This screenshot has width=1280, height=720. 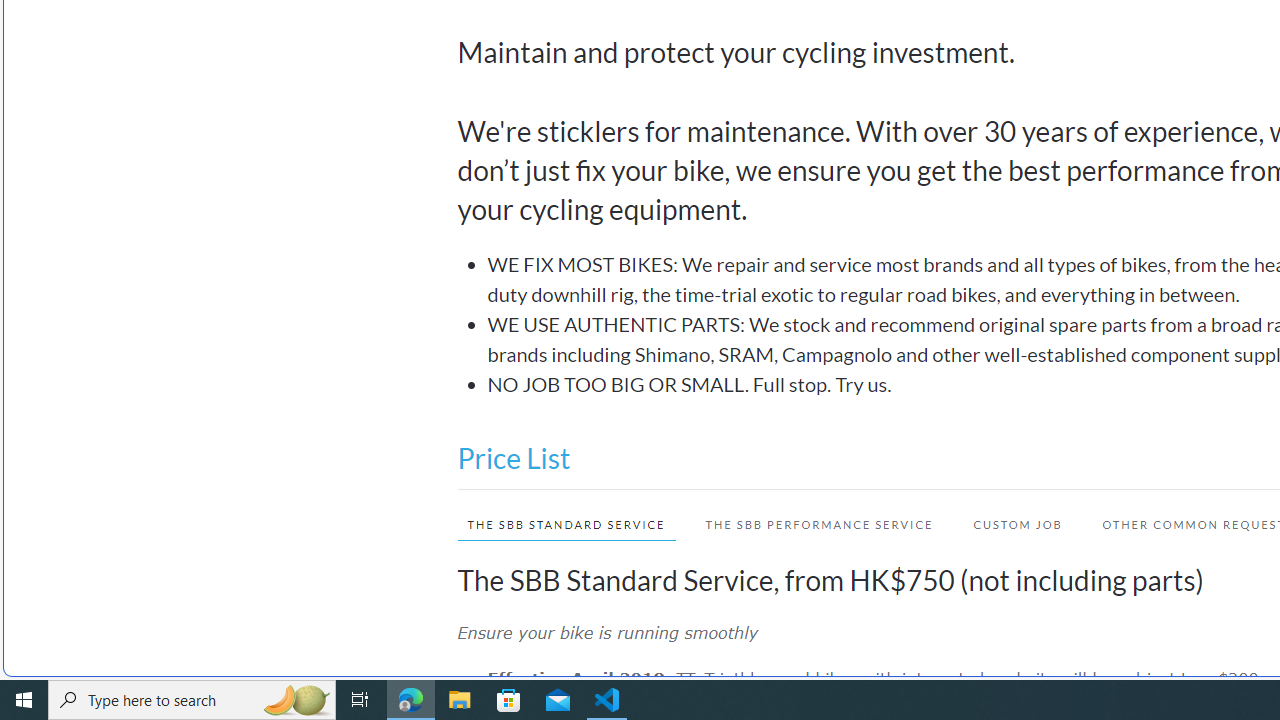 I want to click on 'CUSTOM JOB', so click(x=1008, y=523).